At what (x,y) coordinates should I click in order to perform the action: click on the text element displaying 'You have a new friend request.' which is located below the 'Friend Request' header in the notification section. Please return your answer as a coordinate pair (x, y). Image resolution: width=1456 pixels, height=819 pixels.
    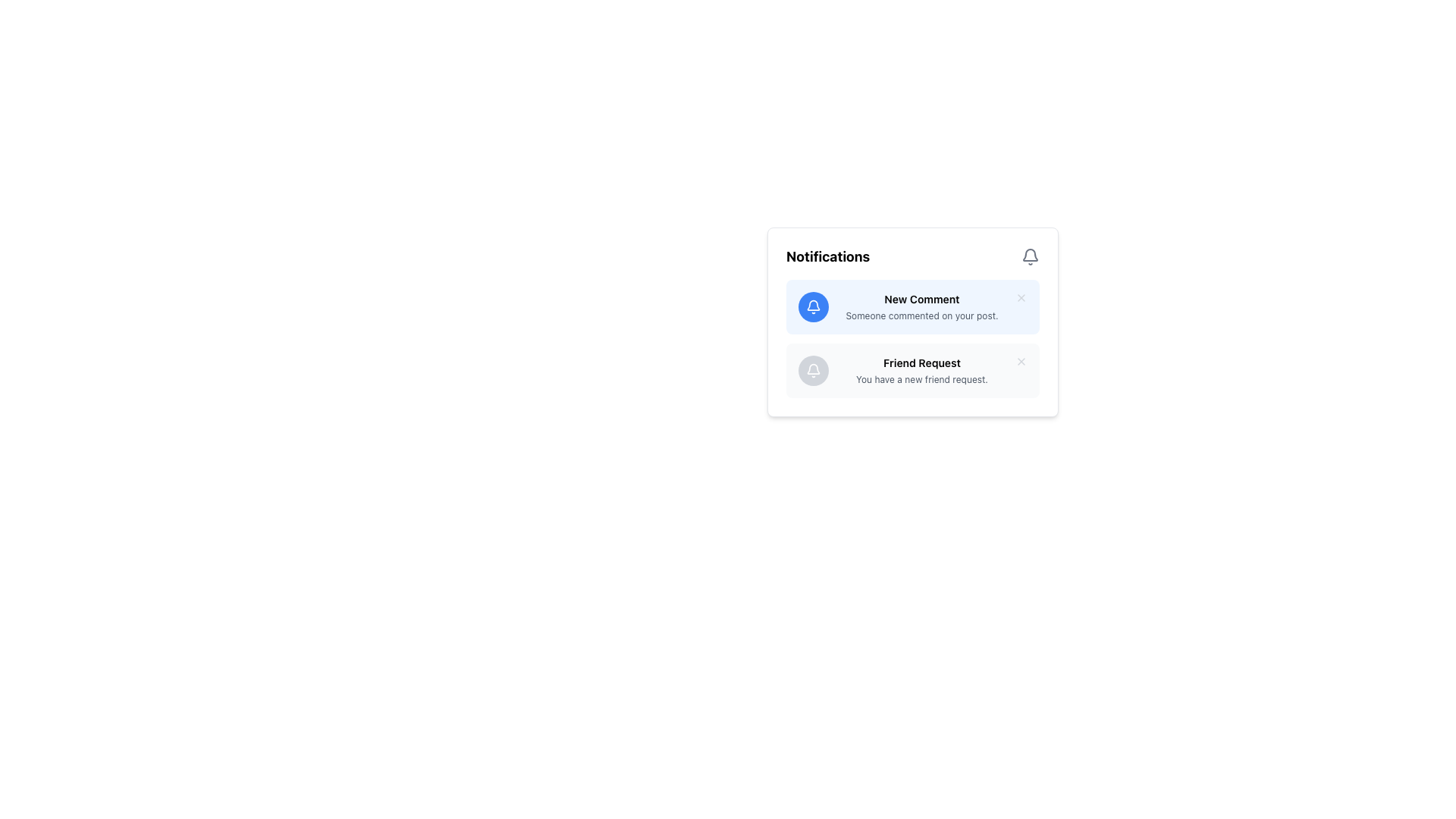
    Looking at the image, I should click on (921, 379).